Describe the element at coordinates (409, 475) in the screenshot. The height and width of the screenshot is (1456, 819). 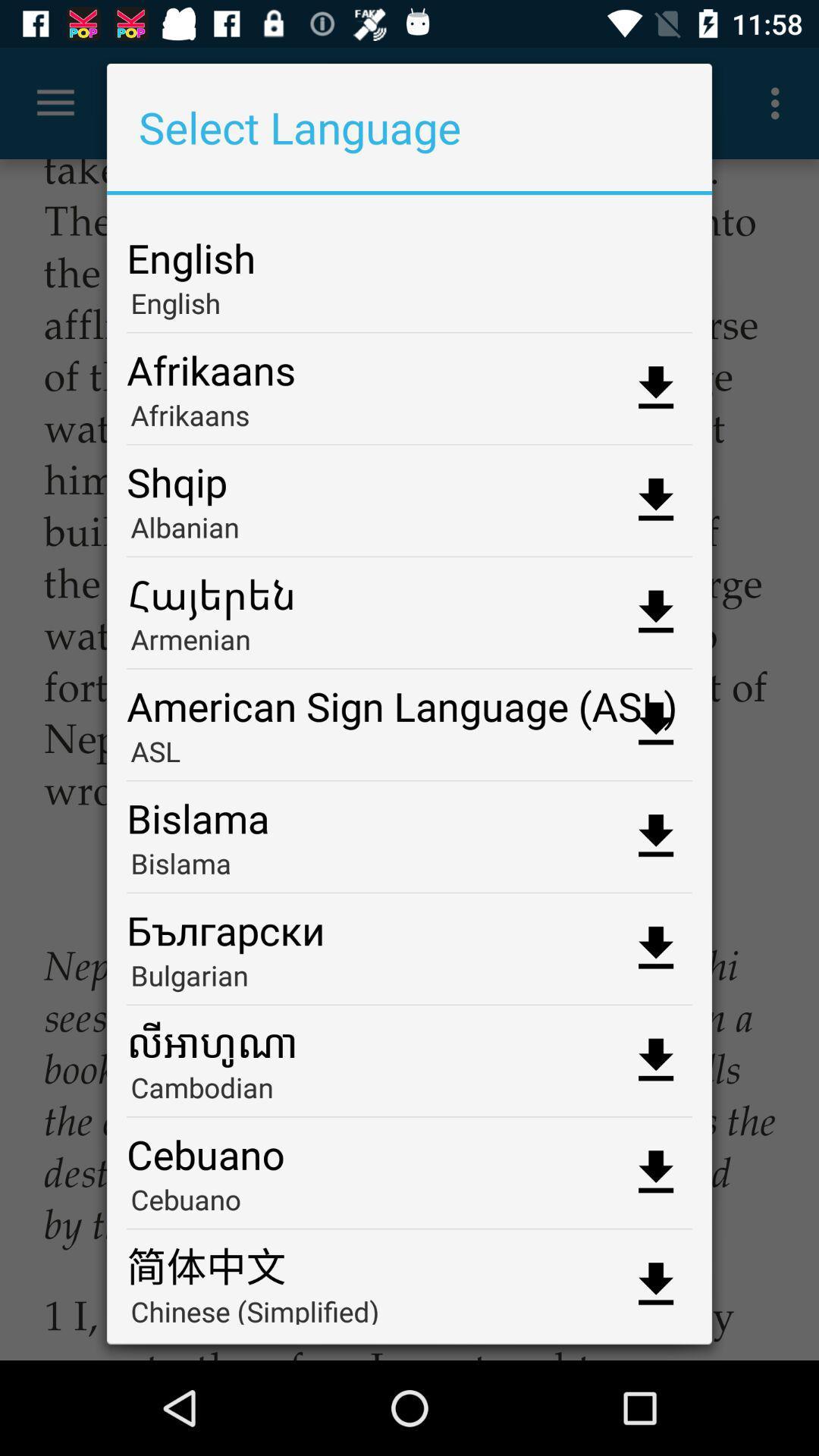
I see `shqip` at that location.